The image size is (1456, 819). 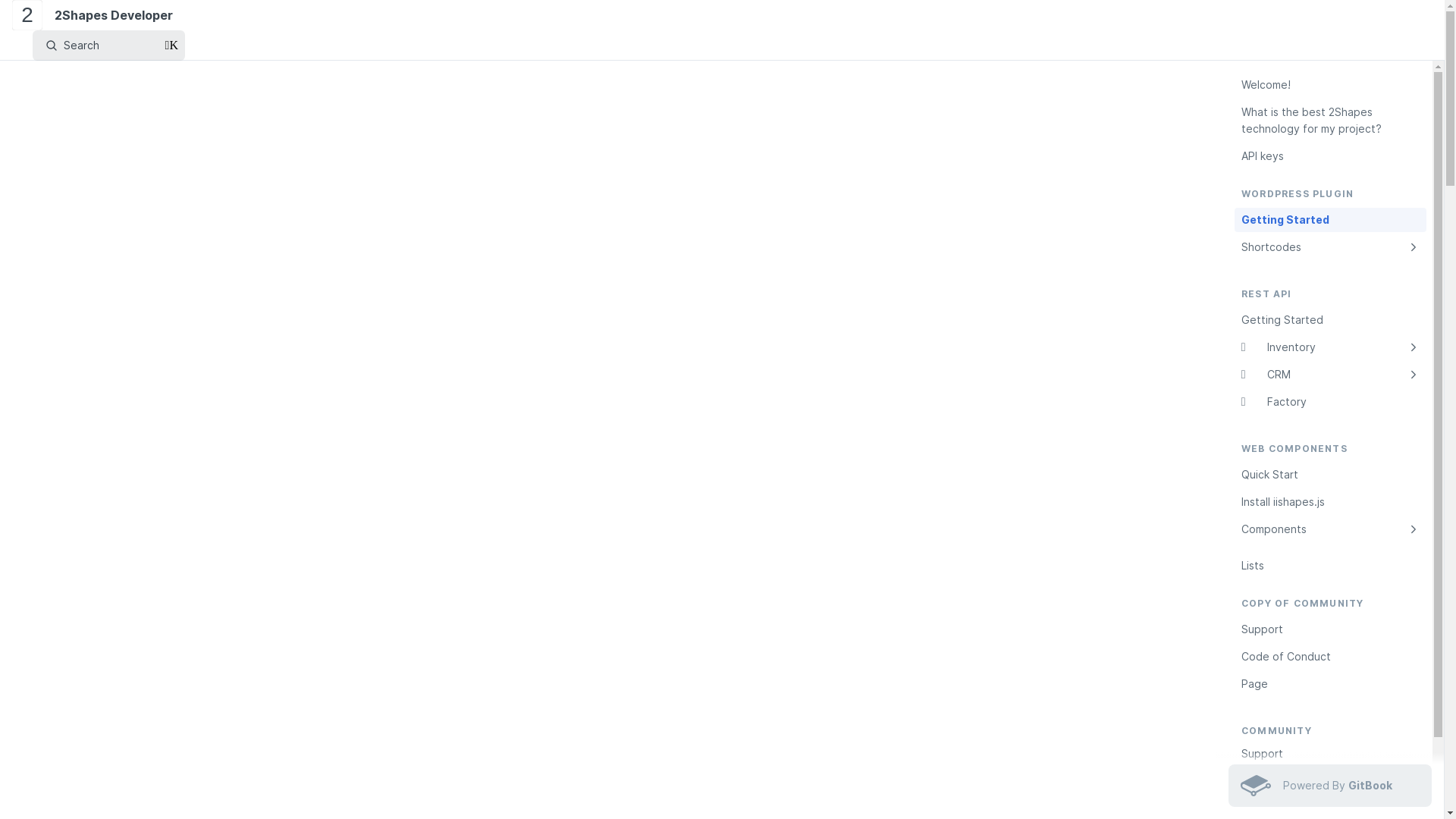 What do you see at coordinates (1329, 785) in the screenshot?
I see `'Powered By GitBook'` at bounding box center [1329, 785].